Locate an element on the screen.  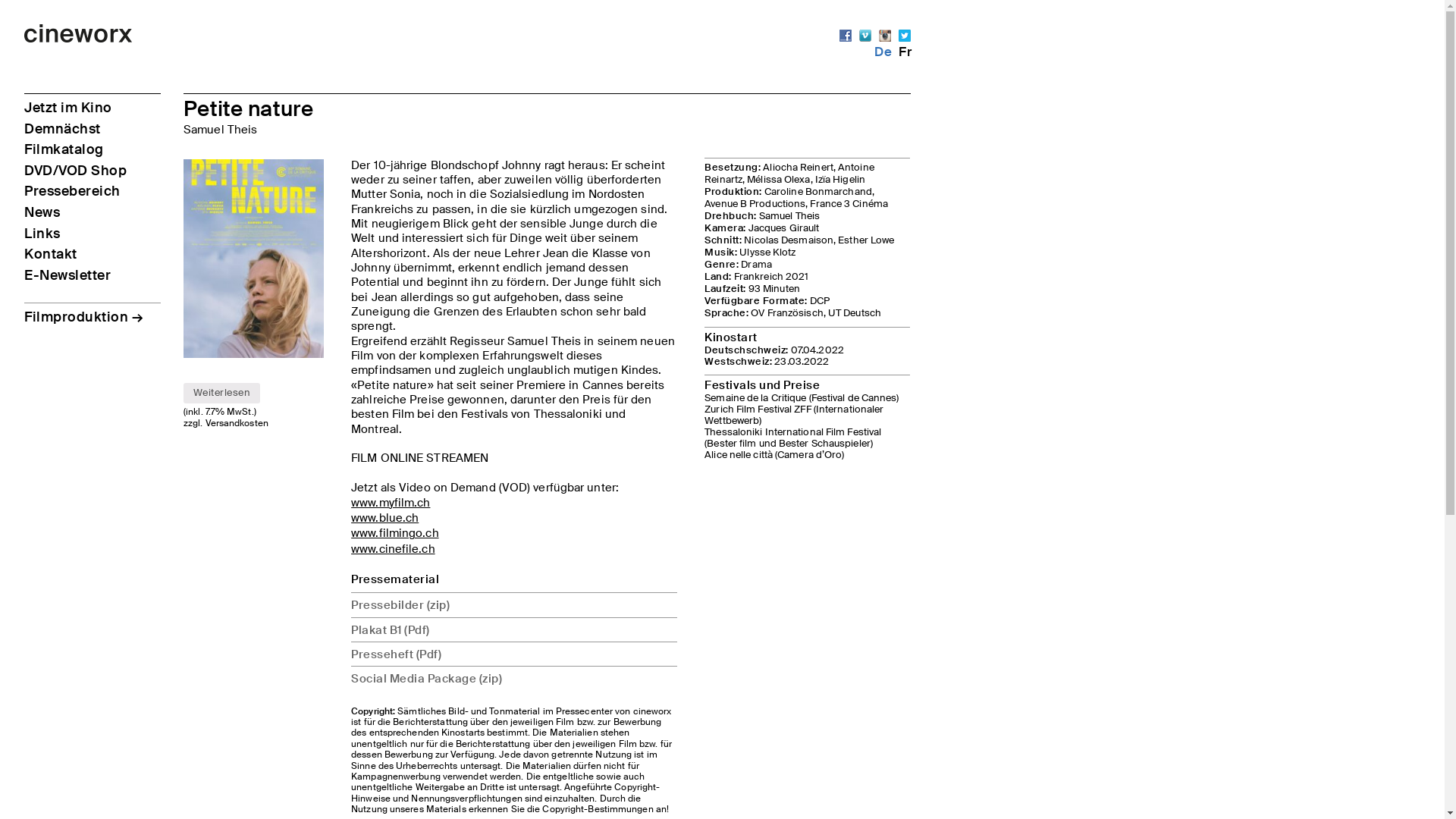
'Links' is located at coordinates (42, 234).